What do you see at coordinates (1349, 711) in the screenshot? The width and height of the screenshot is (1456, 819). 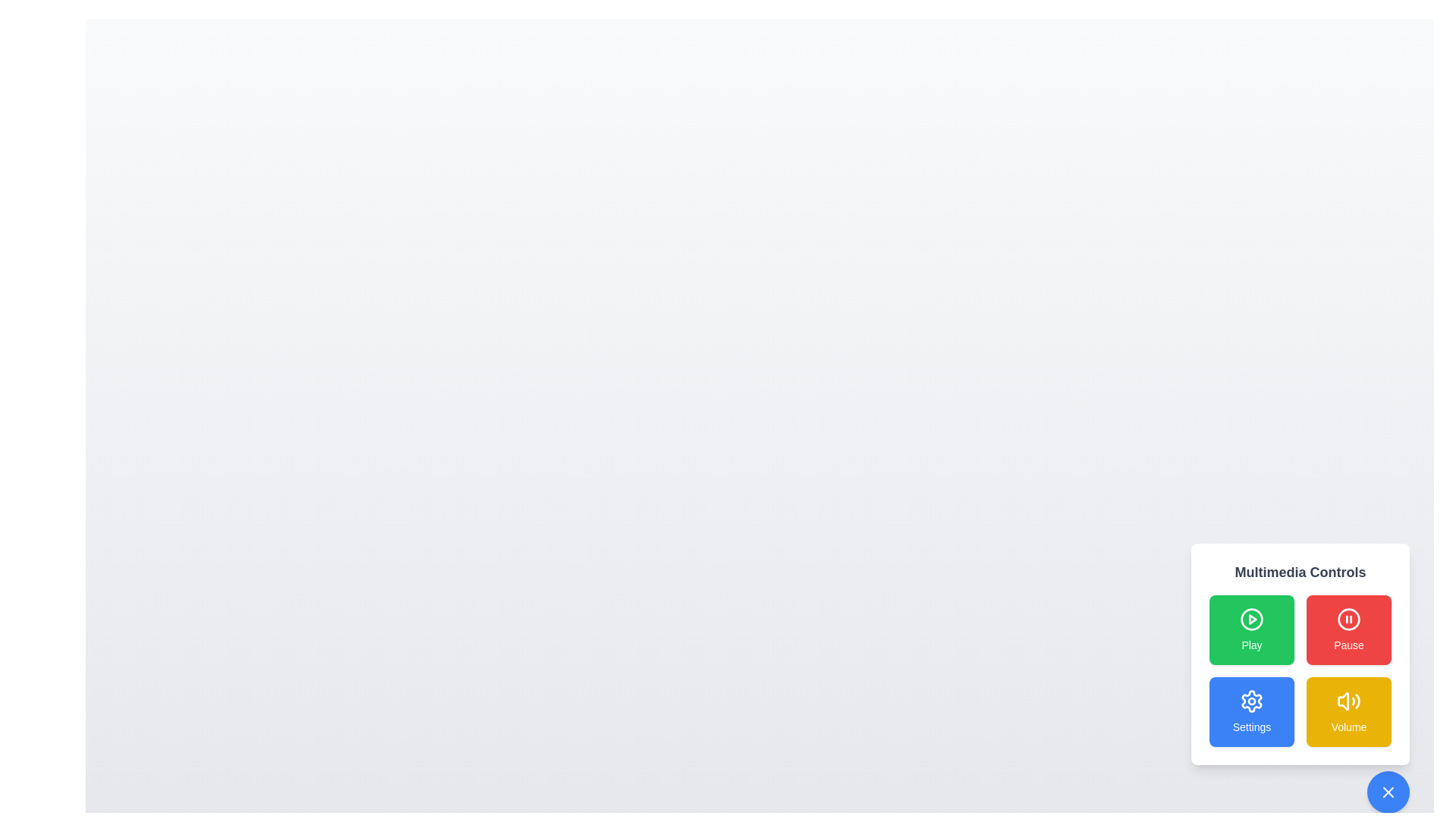 I see `the Interactive button located in the bottom-right corner of the 'Multimedia Controls' grid` at bounding box center [1349, 711].